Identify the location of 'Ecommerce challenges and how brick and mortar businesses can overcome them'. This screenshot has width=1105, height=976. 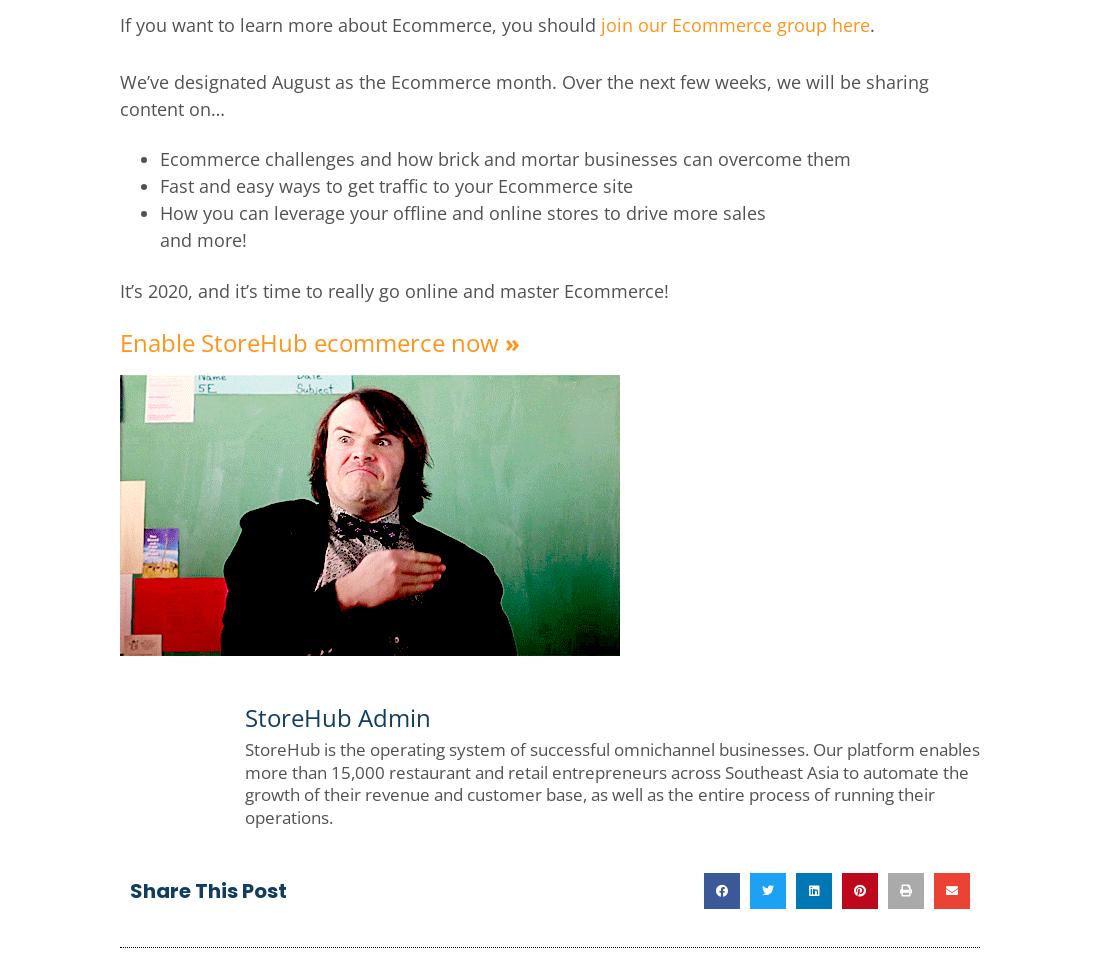
(505, 157).